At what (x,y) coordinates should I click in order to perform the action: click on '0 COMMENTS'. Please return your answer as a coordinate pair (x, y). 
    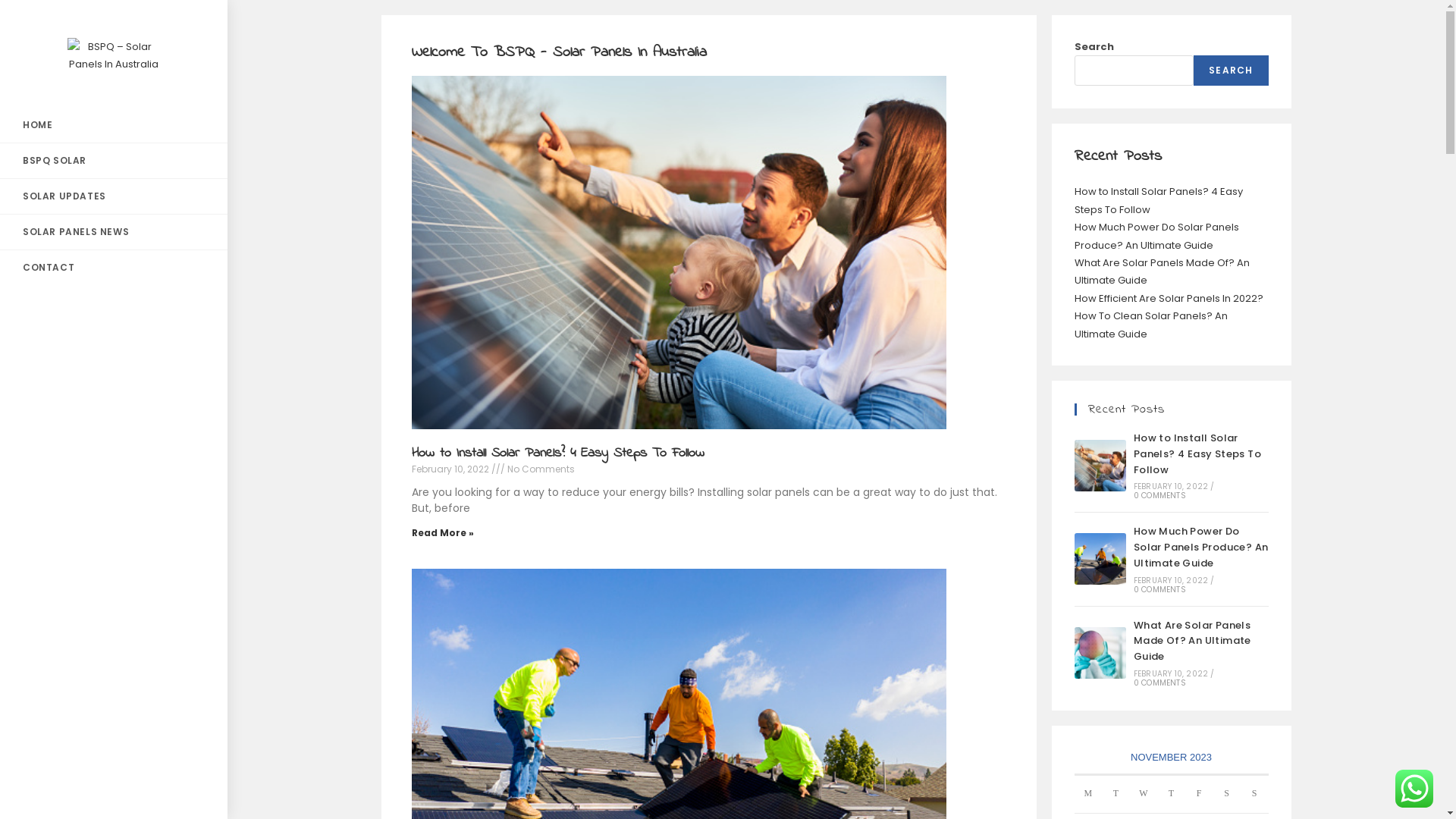
    Looking at the image, I should click on (1159, 682).